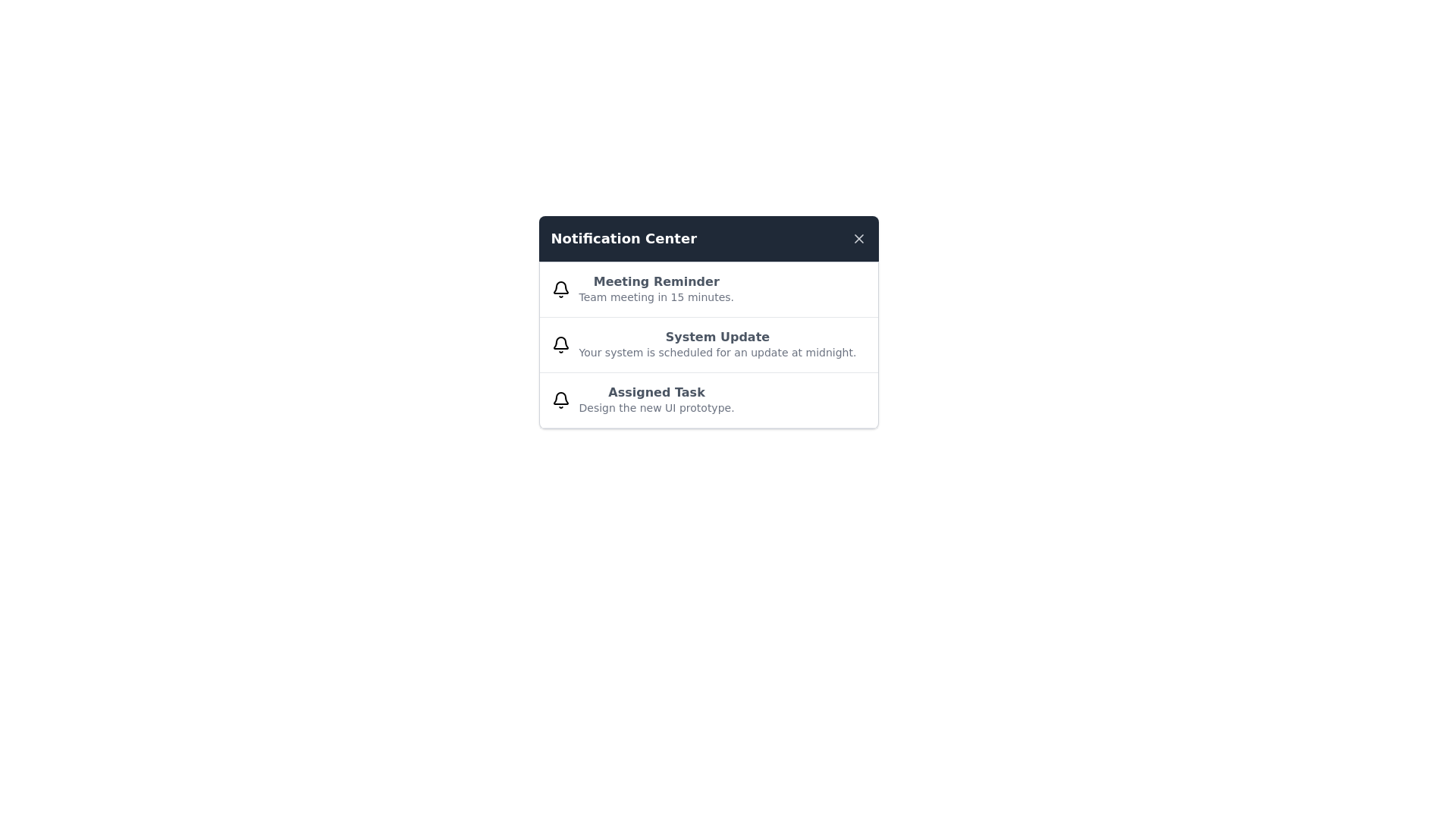  I want to click on the description of the 'System Update' notification located in the second position of the 'Notification Center' list, so click(708, 322).